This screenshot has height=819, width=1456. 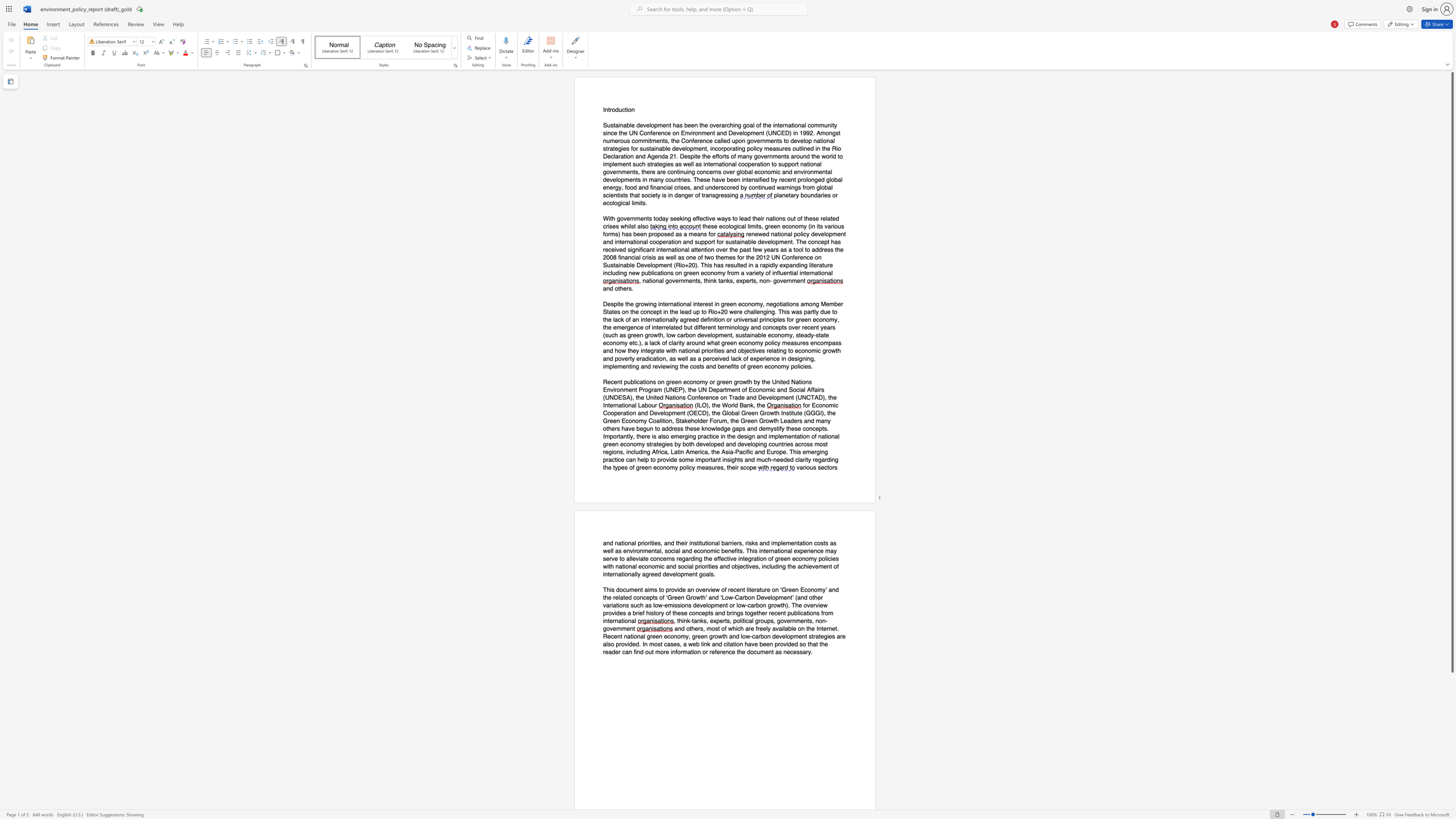 What do you see at coordinates (1451, 795) in the screenshot?
I see `the scrollbar to move the page down` at bounding box center [1451, 795].